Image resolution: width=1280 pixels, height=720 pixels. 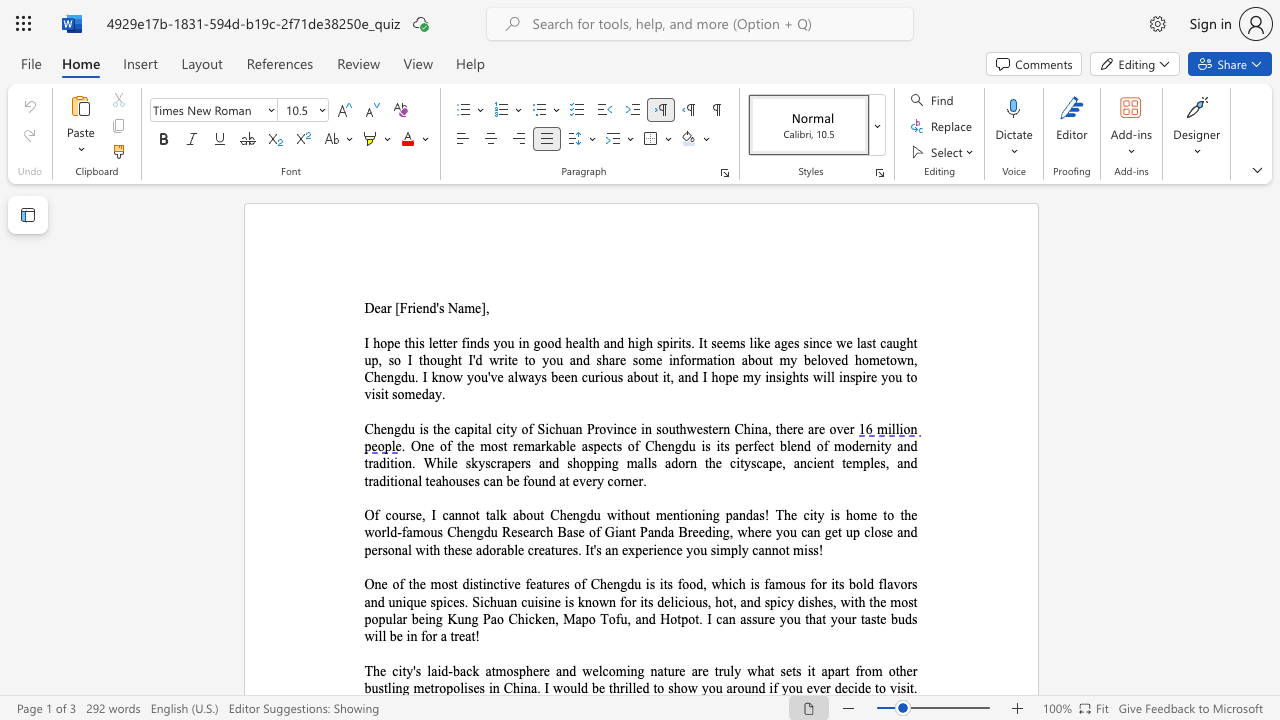 I want to click on the subset text "ngdu without mentioning pandas! The city is home to the world-famous Chengdu Res" within the text "Of course, I cannot talk about Chengdu without mentioning pandas! The city is home to the world-famous Chengdu Research Base of Giant Panda Breeding, where you can get up close and personal with these adorable creatures.", so click(x=571, y=514).